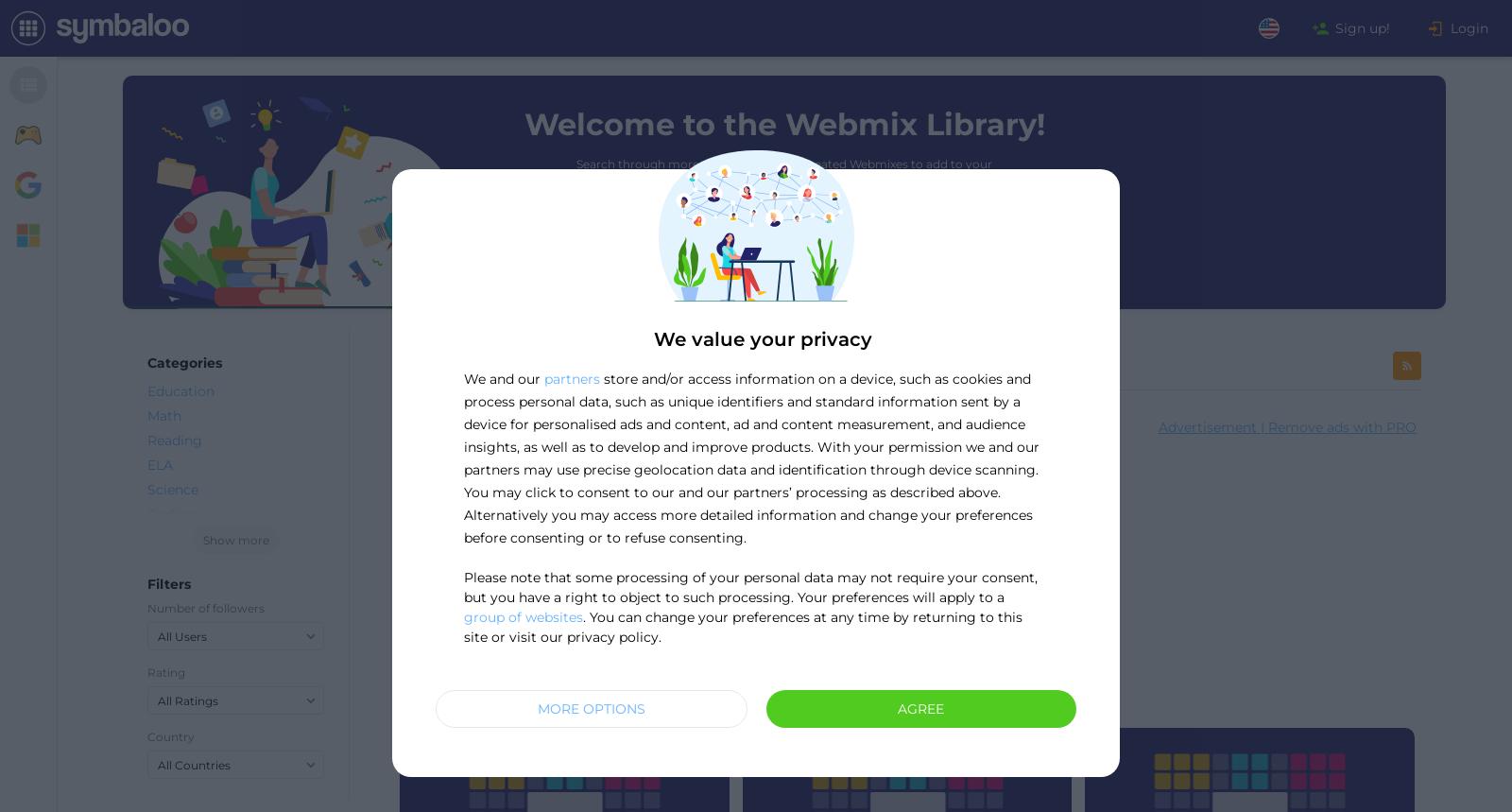  I want to click on 'Science', so click(172, 489).